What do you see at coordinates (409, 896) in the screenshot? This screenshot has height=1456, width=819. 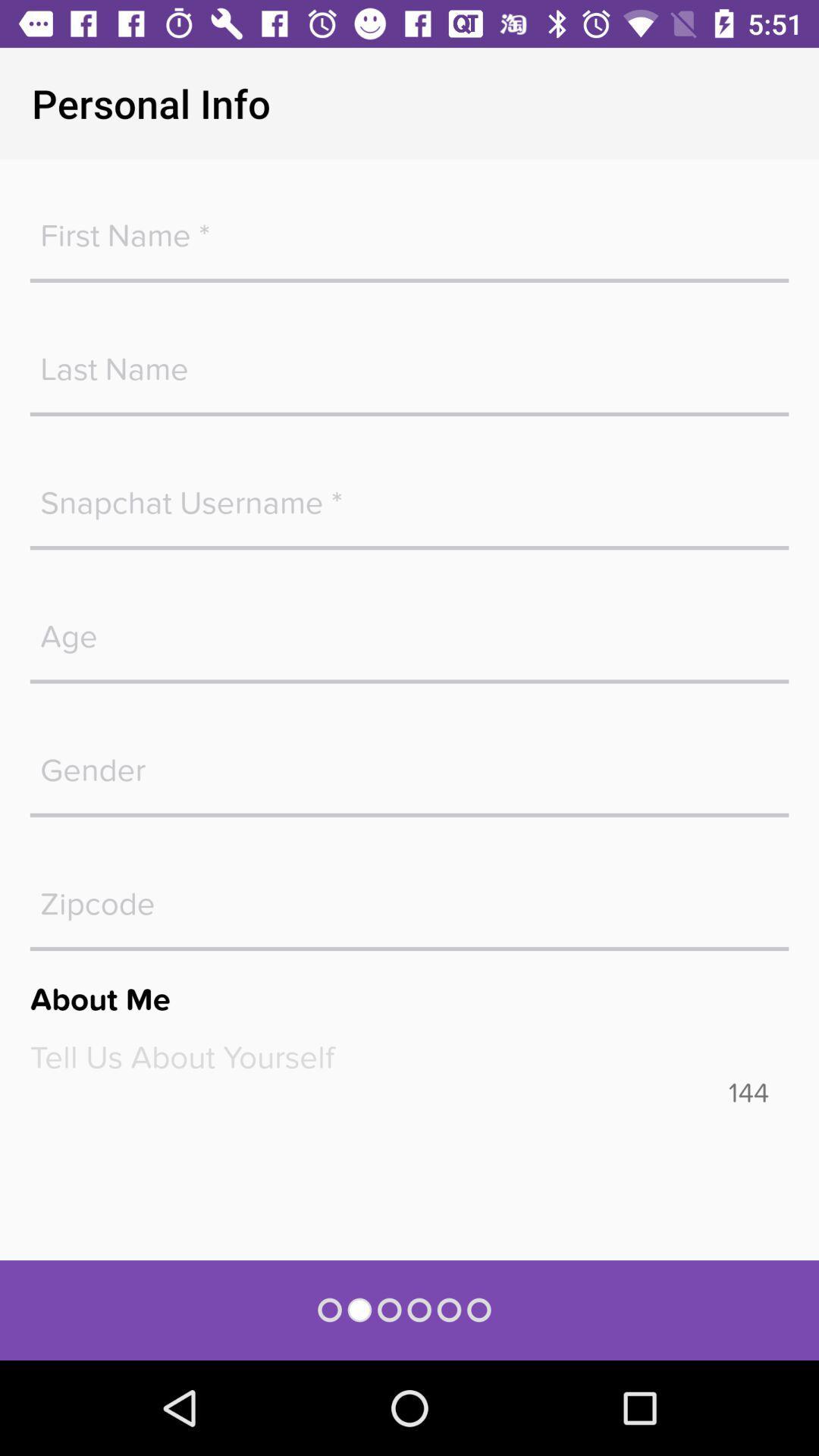 I see `open a keyboard` at bounding box center [409, 896].